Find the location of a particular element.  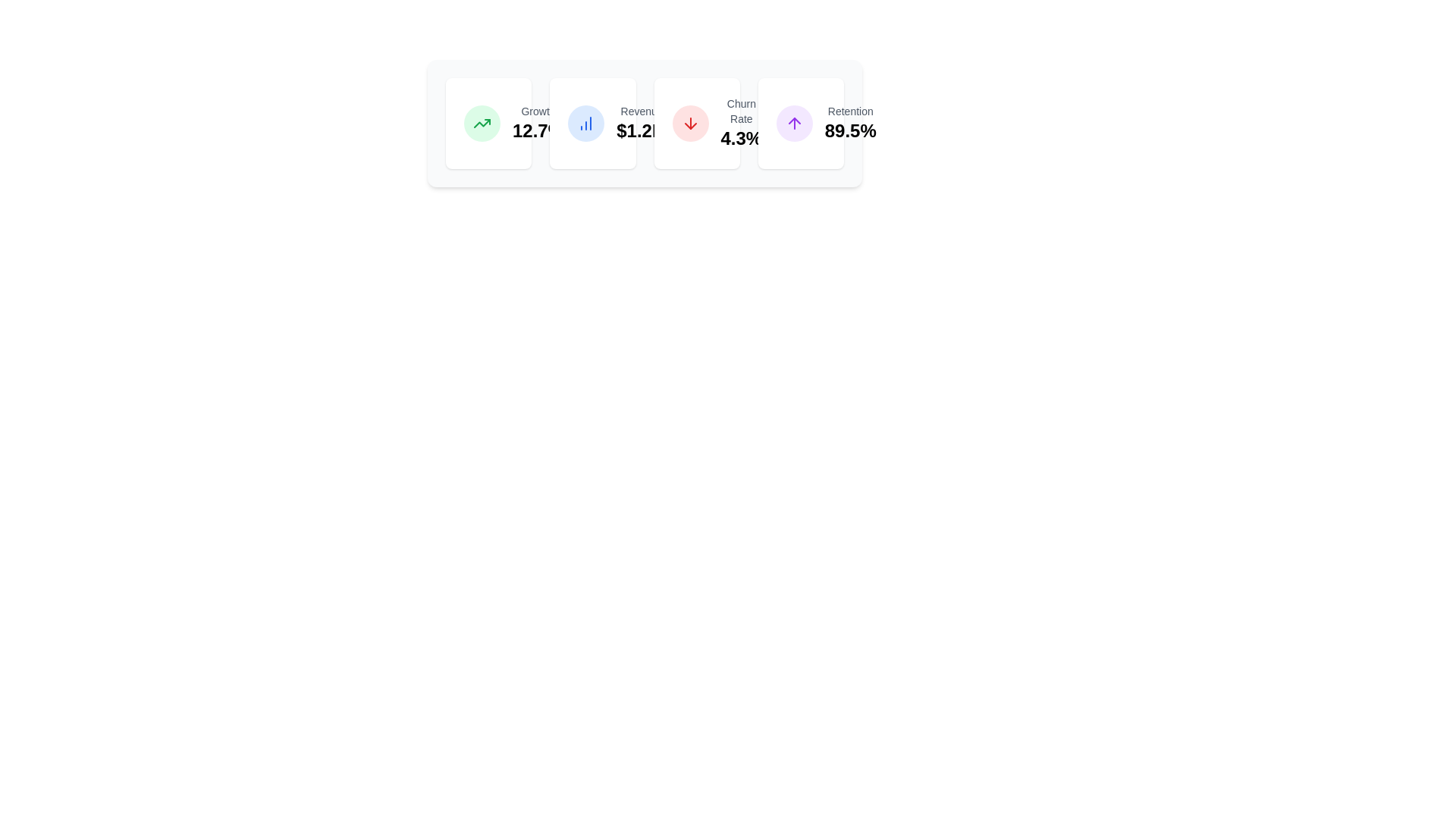

the static text displaying '89.5%' located under the 'Retention' label in the fourth card from the left is located at coordinates (850, 130).